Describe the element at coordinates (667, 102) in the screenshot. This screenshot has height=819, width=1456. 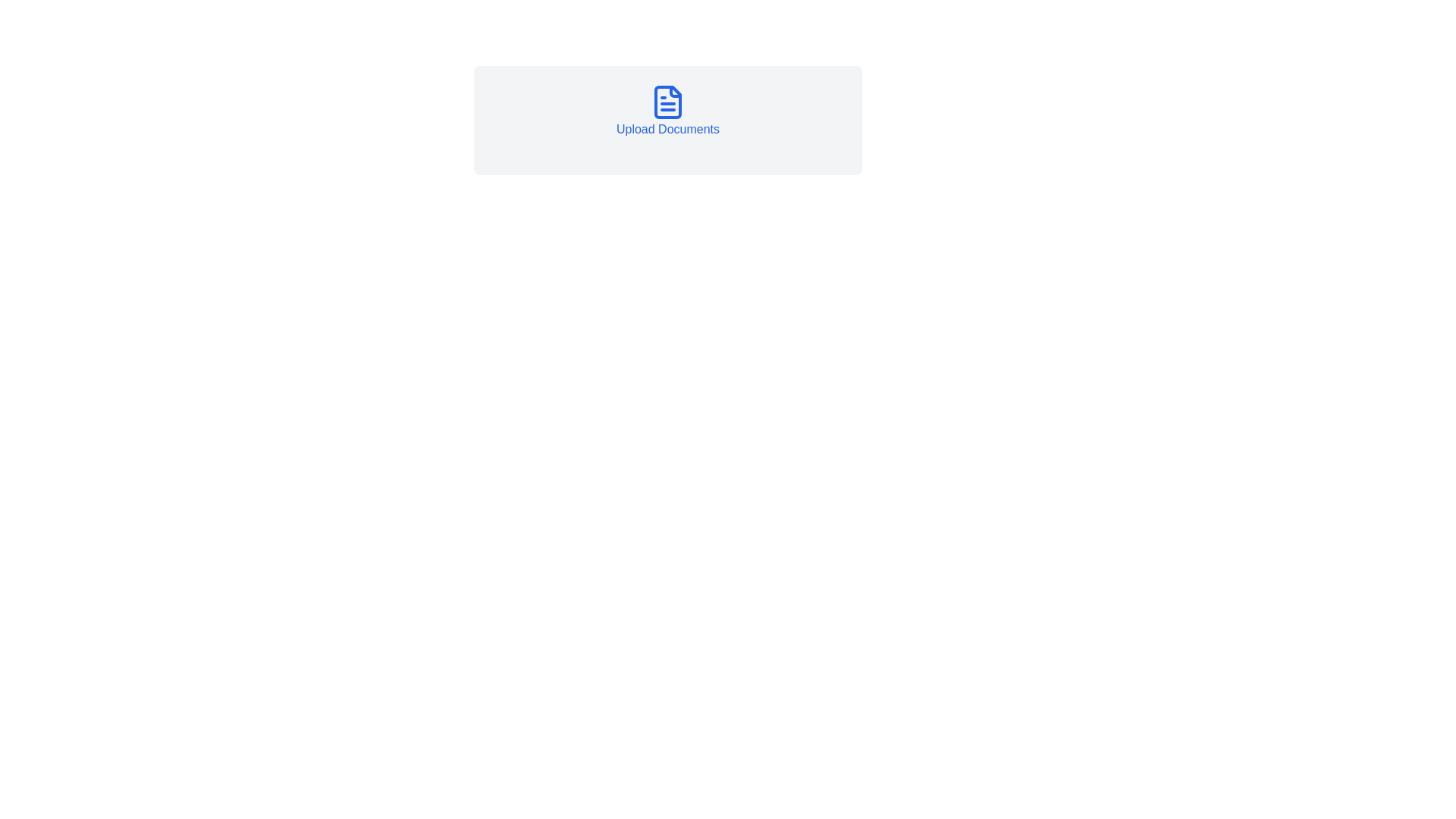
I see `the SVG icon of the document symbol, which is located in the center of a rectangular box` at that location.